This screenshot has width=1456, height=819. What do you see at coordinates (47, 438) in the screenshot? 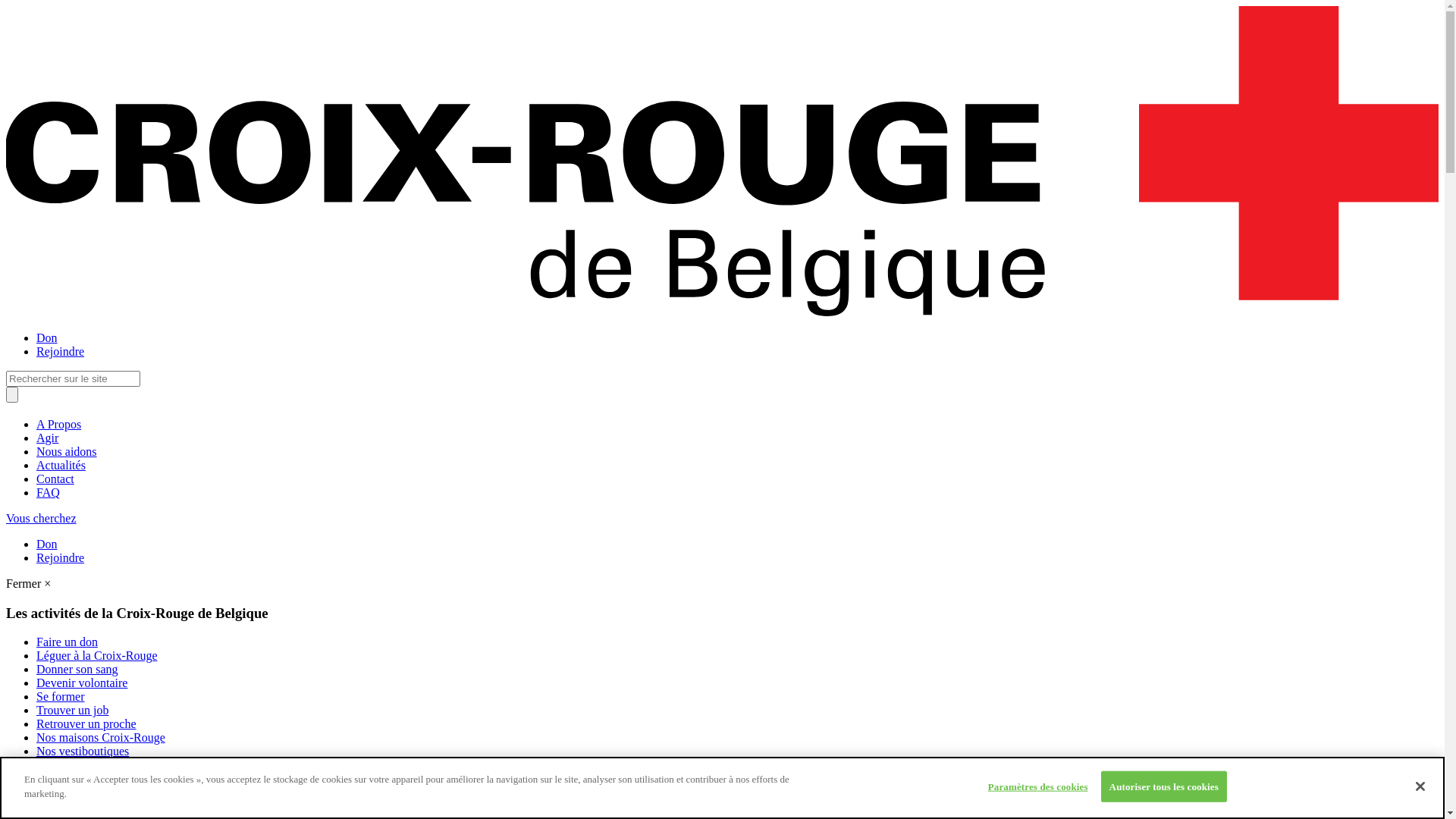
I see `'Agir'` at bounding box center [47, 438].